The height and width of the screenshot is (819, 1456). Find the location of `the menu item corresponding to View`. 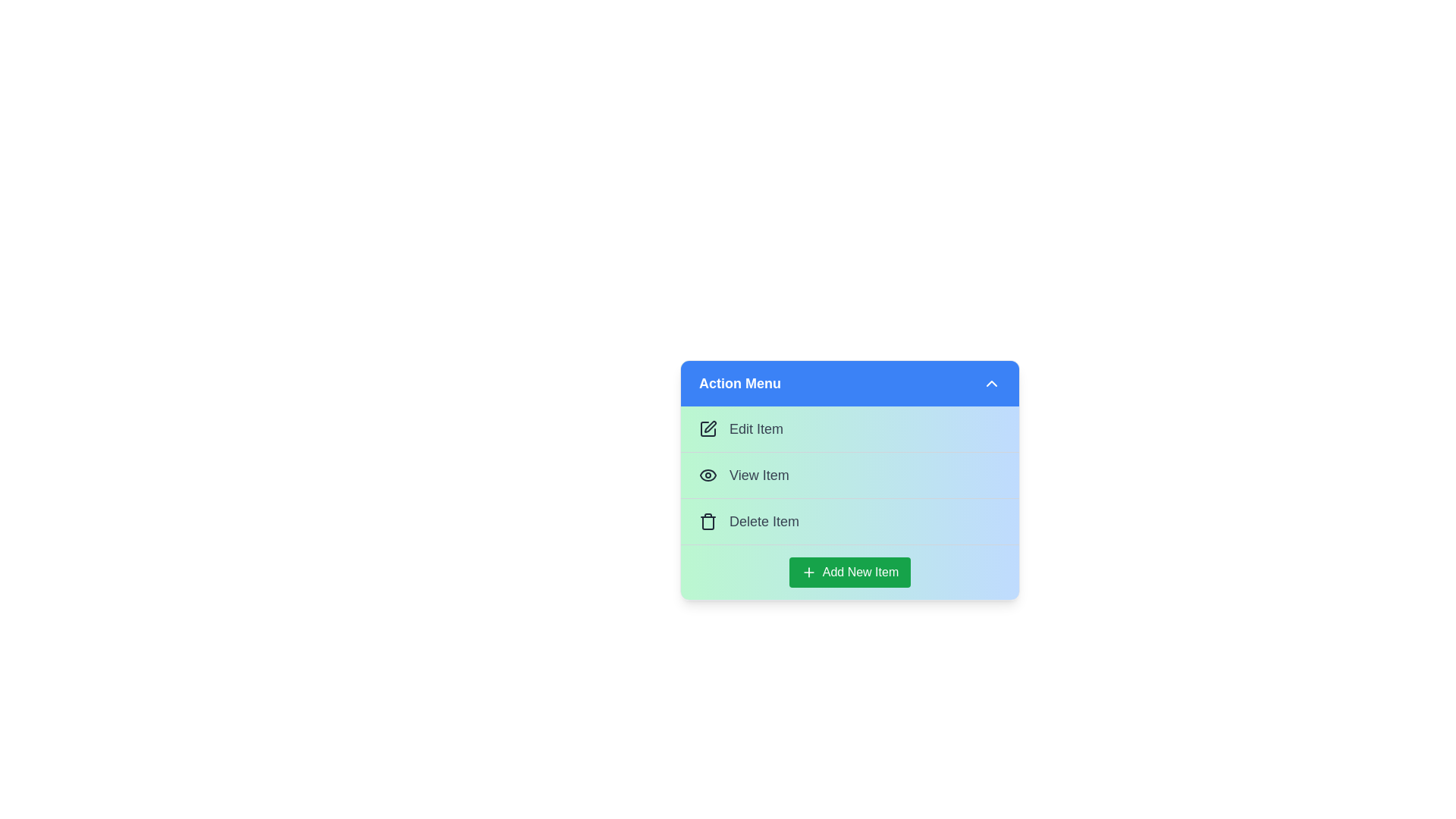

the menu item corresponding to View is located at coordinates (850, 474).